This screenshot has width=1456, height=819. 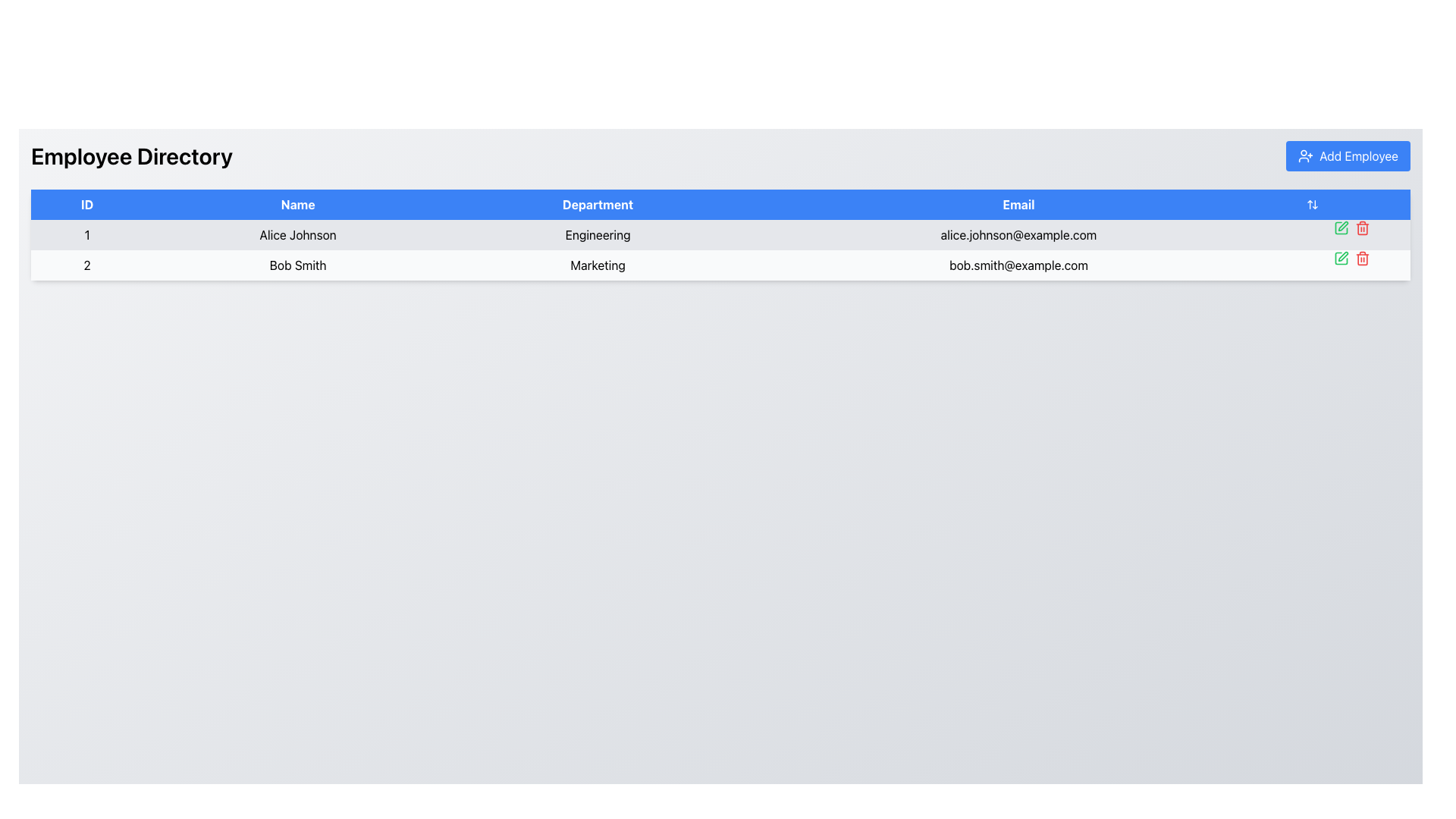 What do you see at coordinates (1363, 227) in the screenshot?
I see `the delete button located in the last column of the row associated with user Bob Smith` at bounding box center [1363, 227].